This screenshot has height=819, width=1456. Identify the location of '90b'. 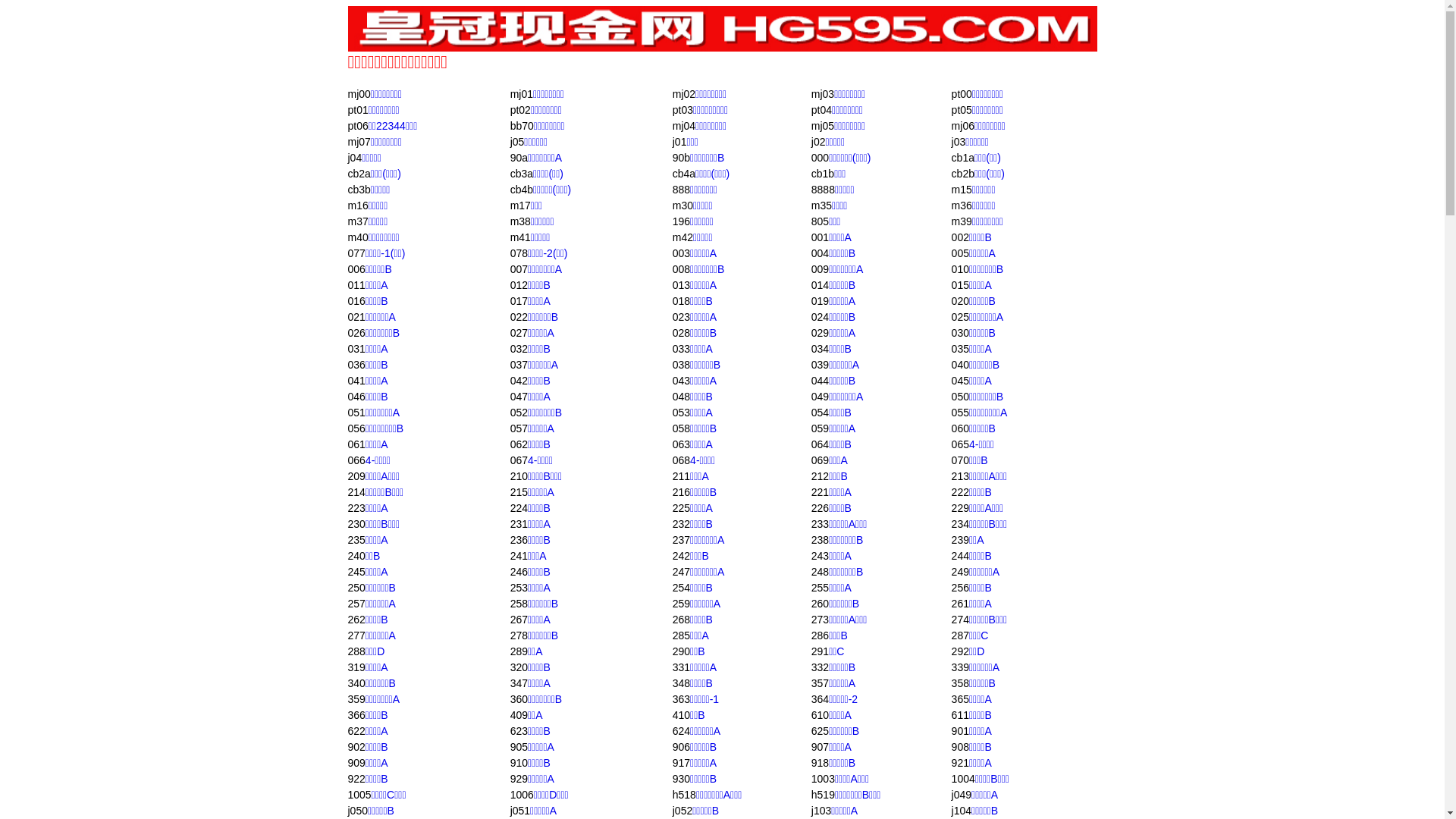
(680, 158).